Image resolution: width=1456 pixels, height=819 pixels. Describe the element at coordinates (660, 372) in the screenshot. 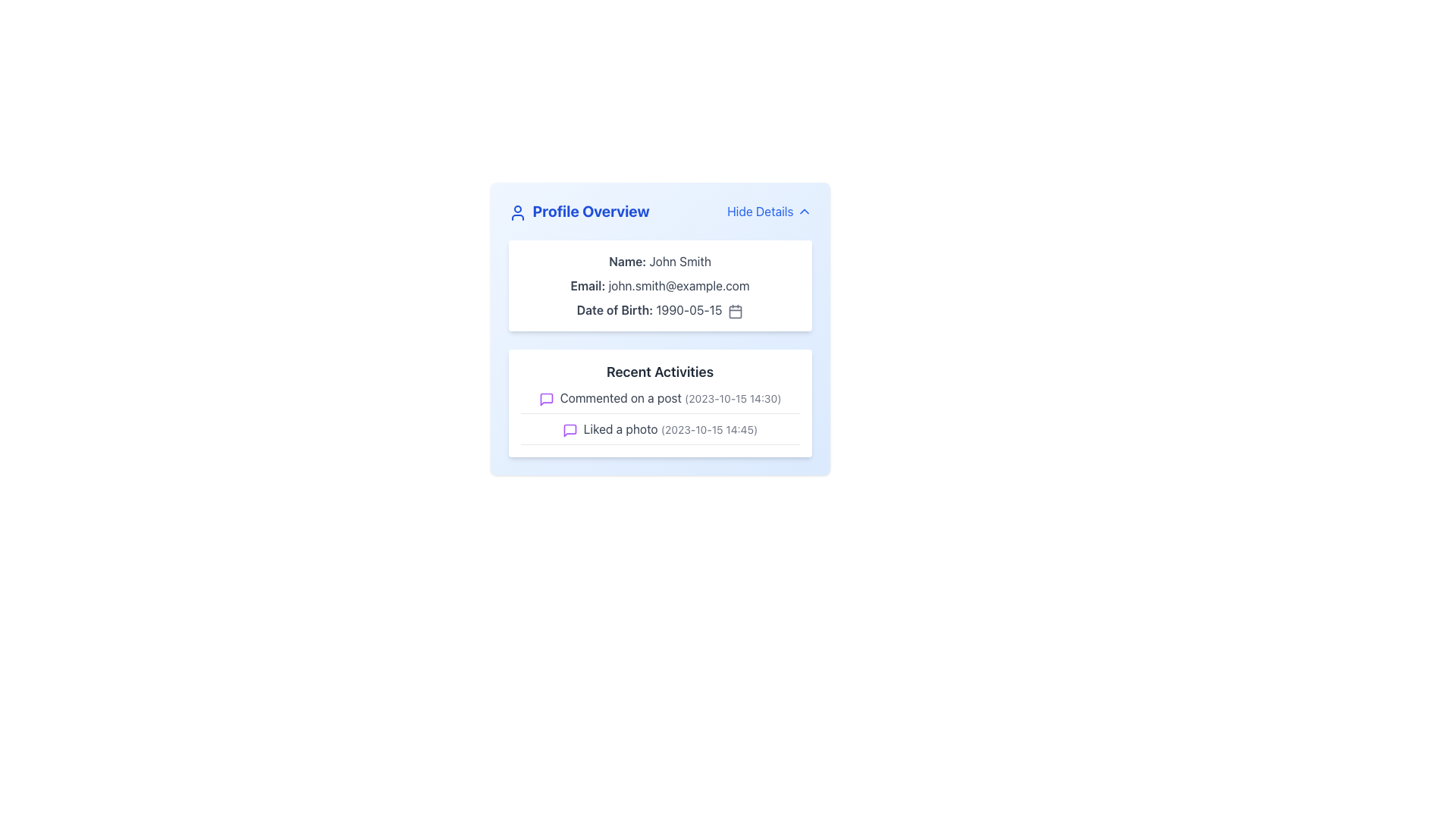

I see `text from the 'Recent Activities' header, which is a bold, dark gray textual label positioned below the 'Profile Overview' section` at that location.